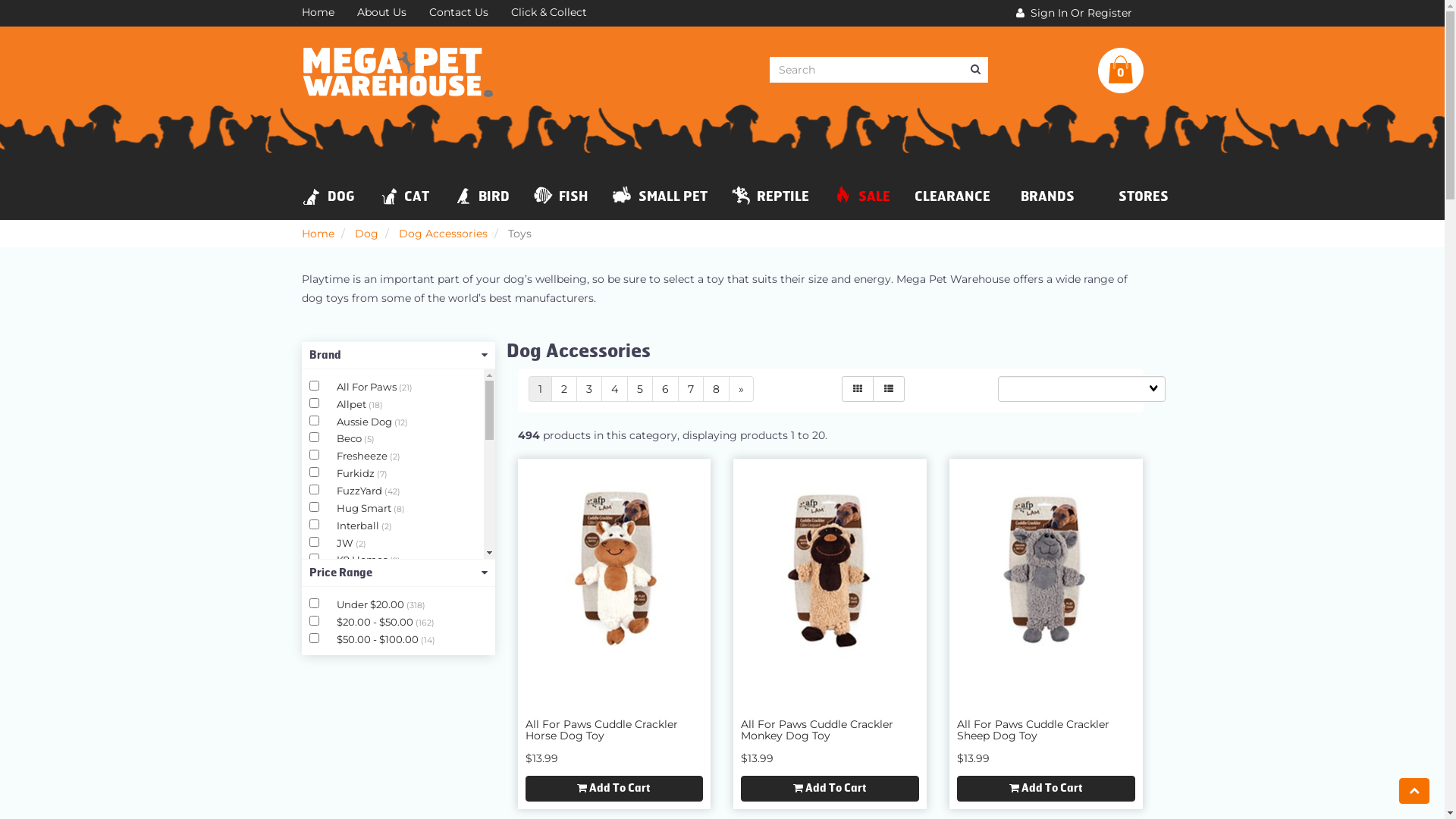 This screenshot has height=819, width=1456. Describe the element at coordinates (1043, 196) in the screenshot. I see `'BRANDS'` at that location.